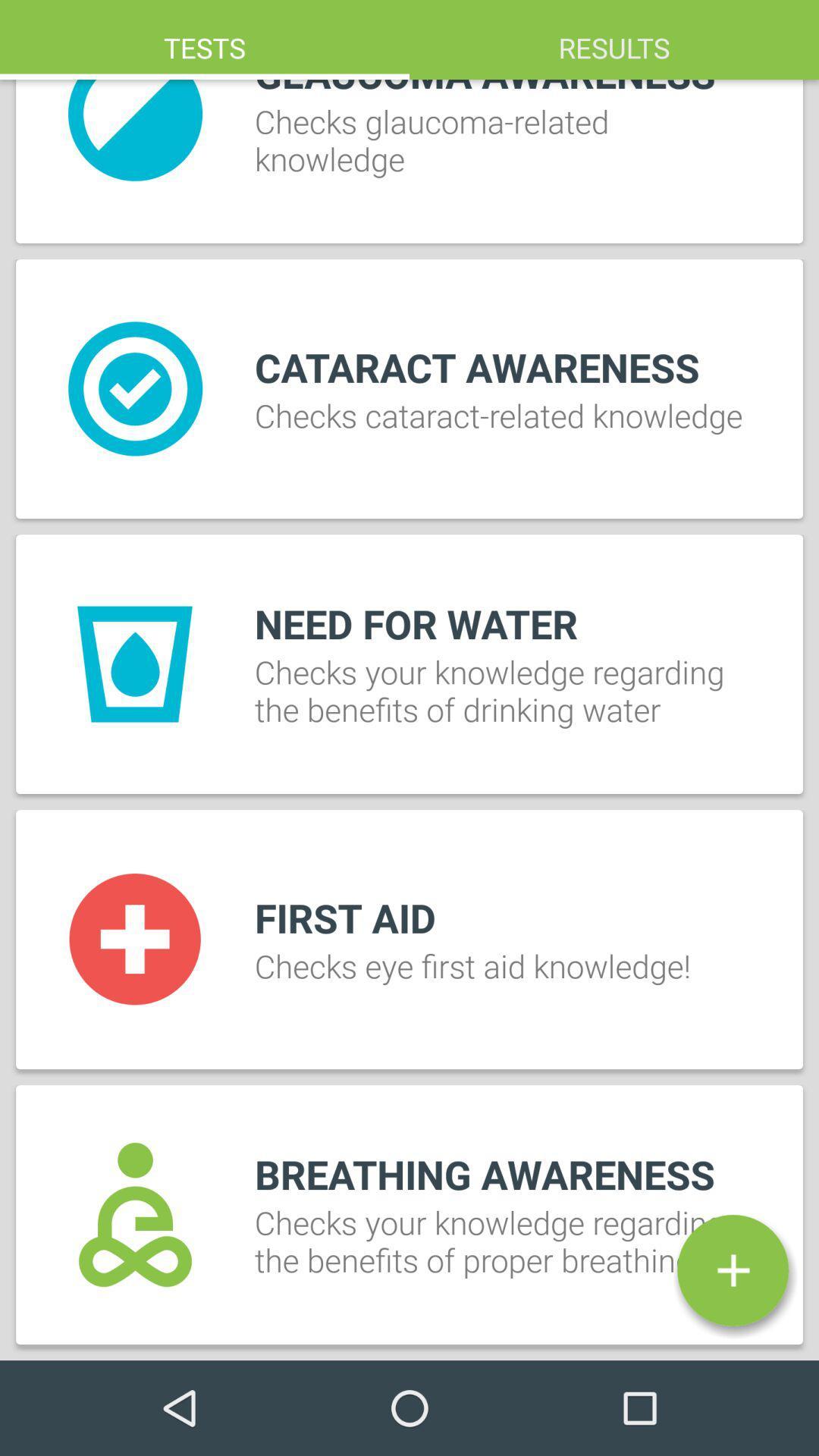  Describe the element at coordinates (205, 39) in the screenshot. I see `the item to the left of results item` at that location.